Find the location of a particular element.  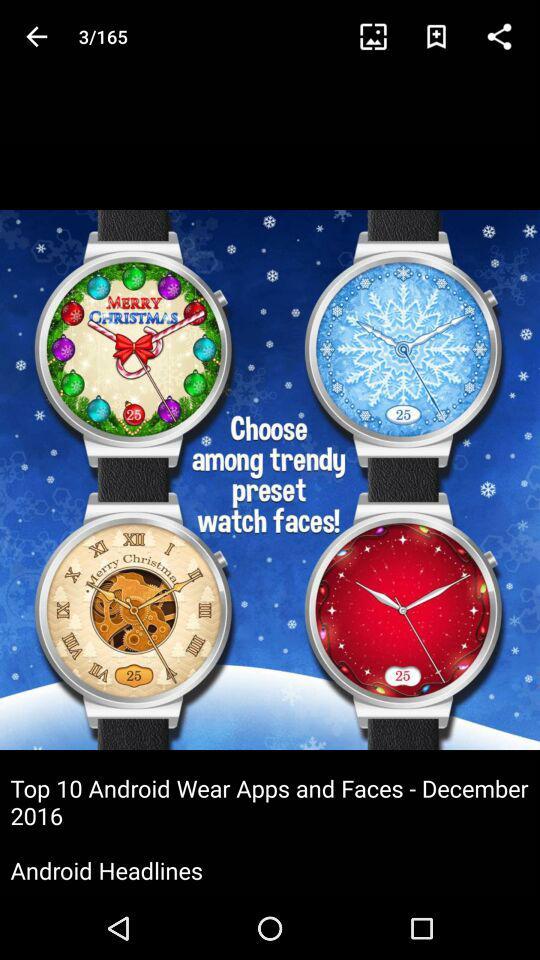

the arrow_backward icon is located at coordinates (36, 35).